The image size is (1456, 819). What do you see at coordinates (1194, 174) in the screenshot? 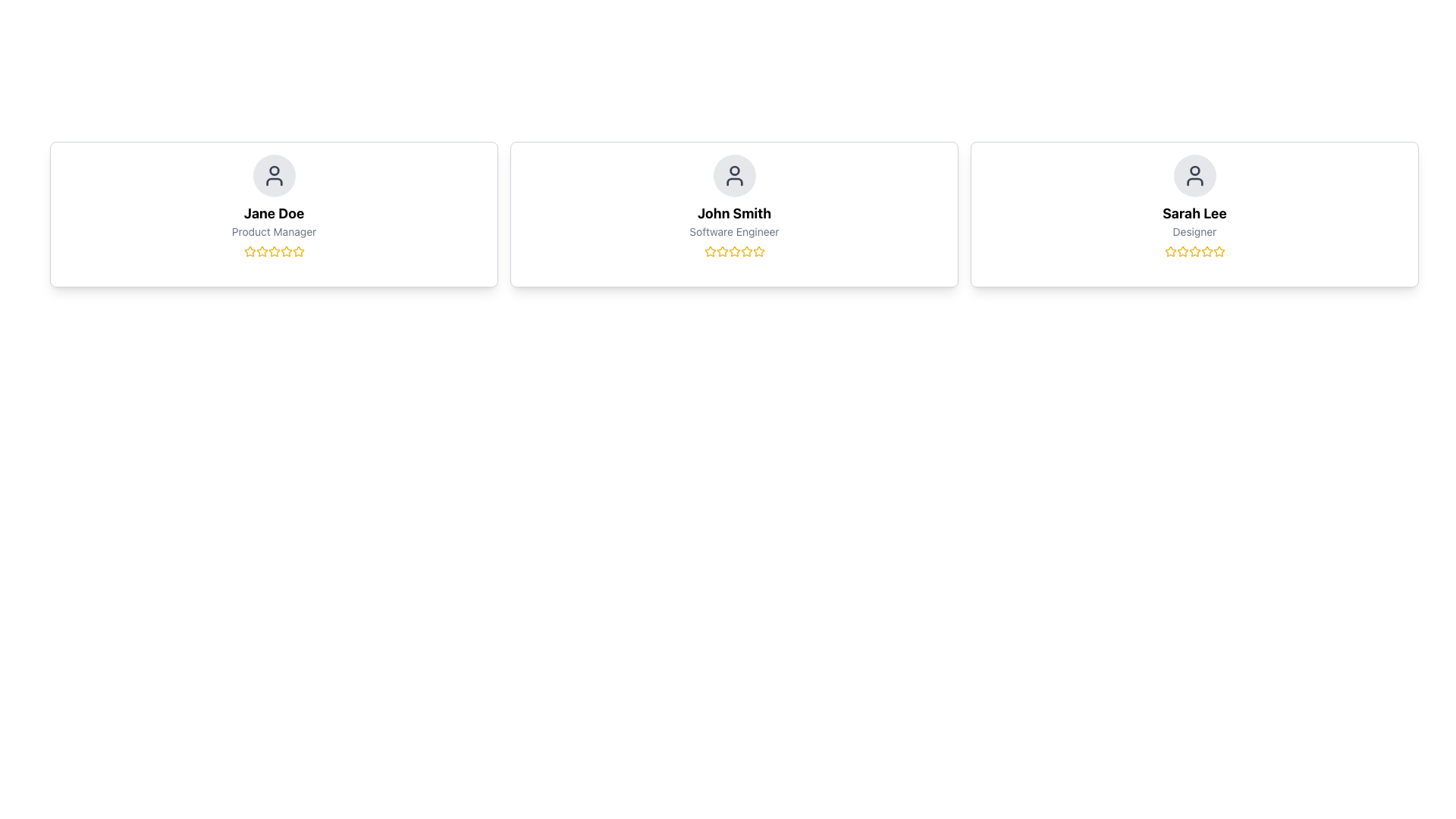
I see `the user icon located at the top center of the third user profile card, which visually represents a generic user and is situated above the labels 'Sarah Lee' and 'Designer'` at bounding box center [1194, 174].